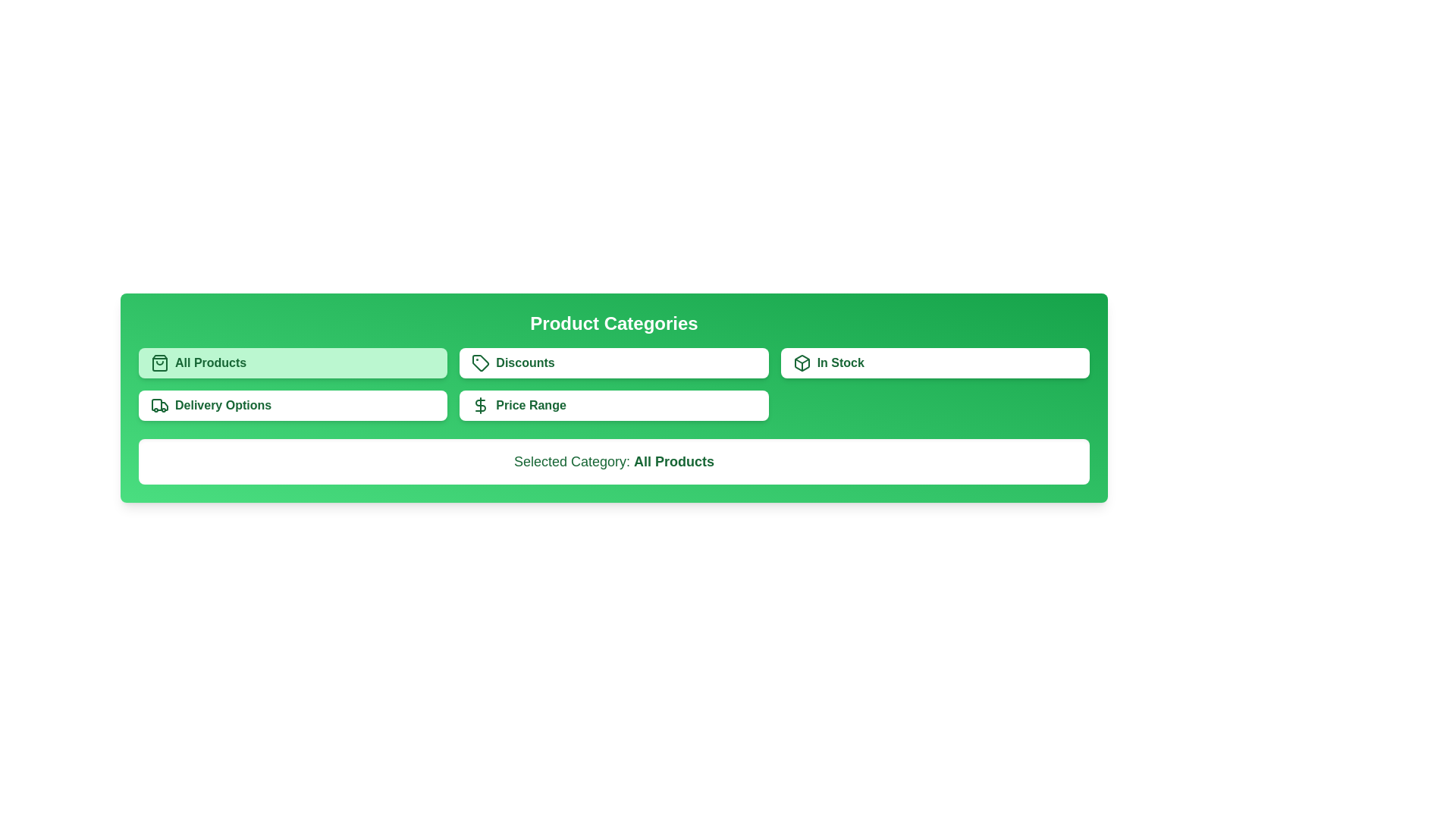 The width and height of the screenshot is (1456, 819). What do you see at coordinates (531, 405) in the screenshot?
I see `text from the Text Label located within the button under the 'Product Categories' section, positioned immediately to the right of 'Delivery Options'` at bounding box center [531, 405].